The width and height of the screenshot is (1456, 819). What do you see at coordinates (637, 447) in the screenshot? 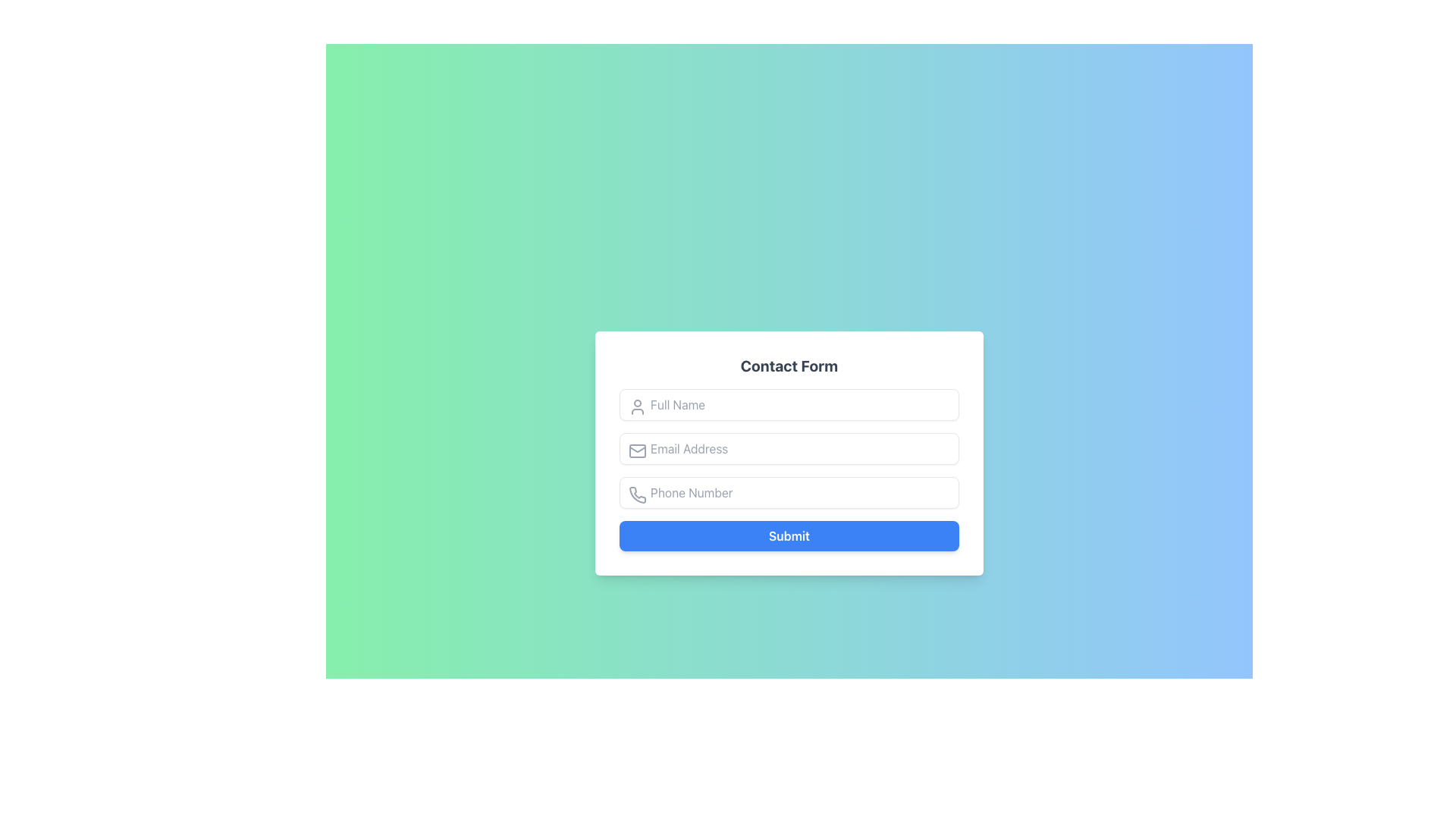
I see `the curved downward line forming the bottom part of the mail envelope icon in the email address input field of the contact form` at bounding box center [637, 447].